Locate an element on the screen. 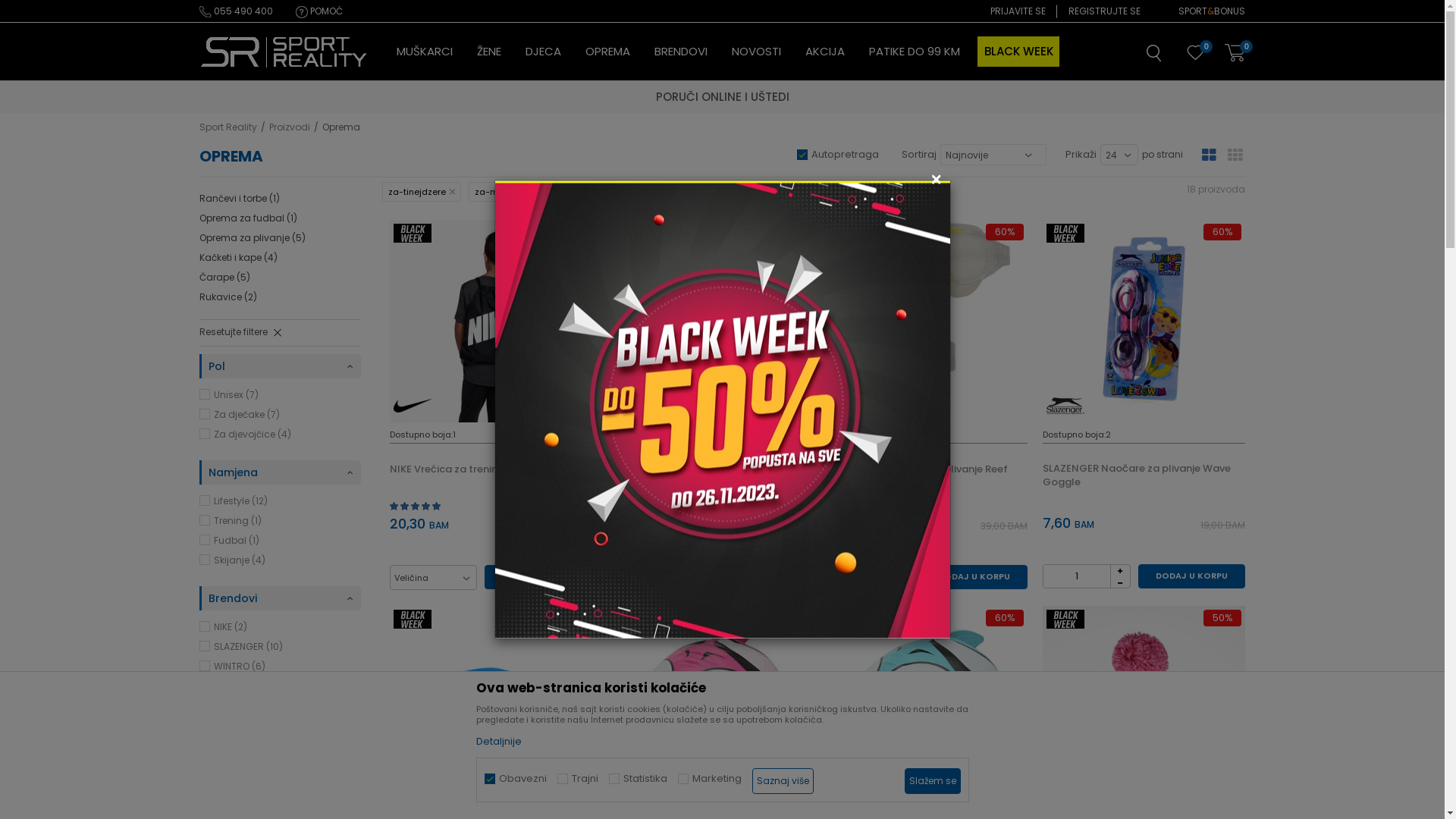 The width and height of the screenshot is (1456, 819). 'OPREMA' is located at coordinates (607, 51).